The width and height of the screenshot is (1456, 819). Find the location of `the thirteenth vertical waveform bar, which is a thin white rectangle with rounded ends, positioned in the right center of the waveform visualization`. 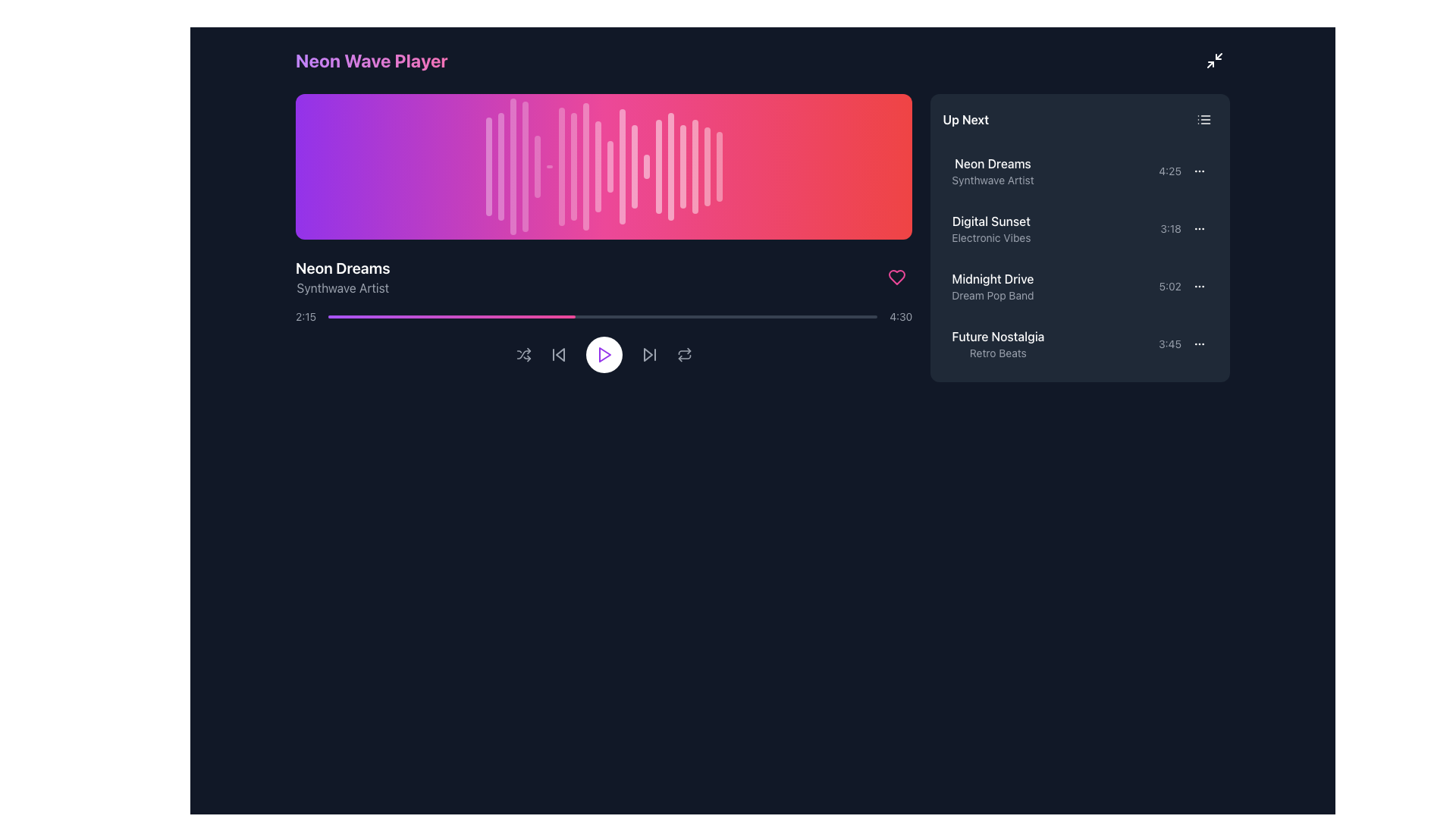

the thirteenth vertical waveform bar, which is a thin white rectangle with rounded ends, positioned in the right center of the waveform visualization is located at coordinates (634, 166).